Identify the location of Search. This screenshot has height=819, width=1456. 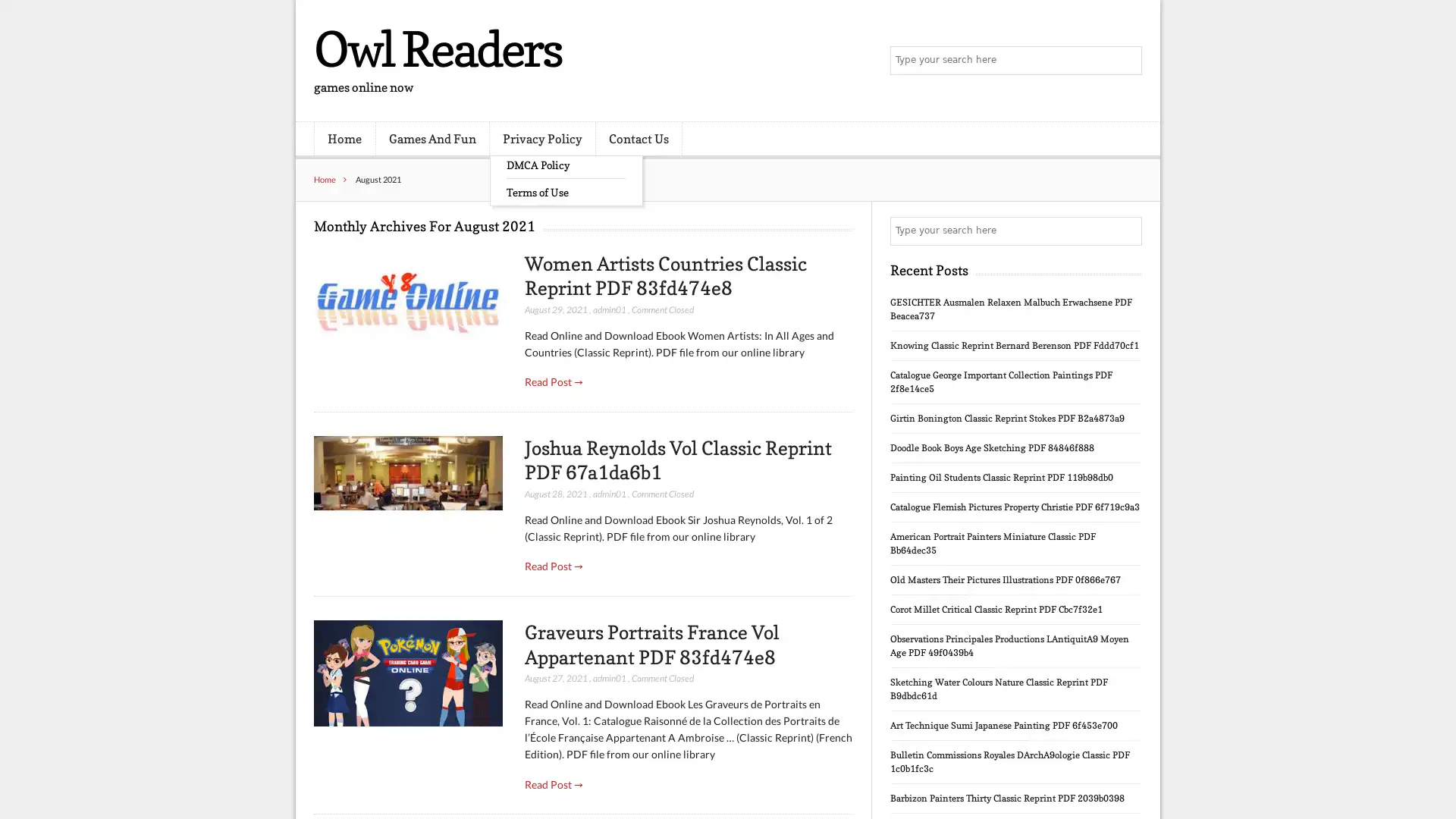
(1126, 61).